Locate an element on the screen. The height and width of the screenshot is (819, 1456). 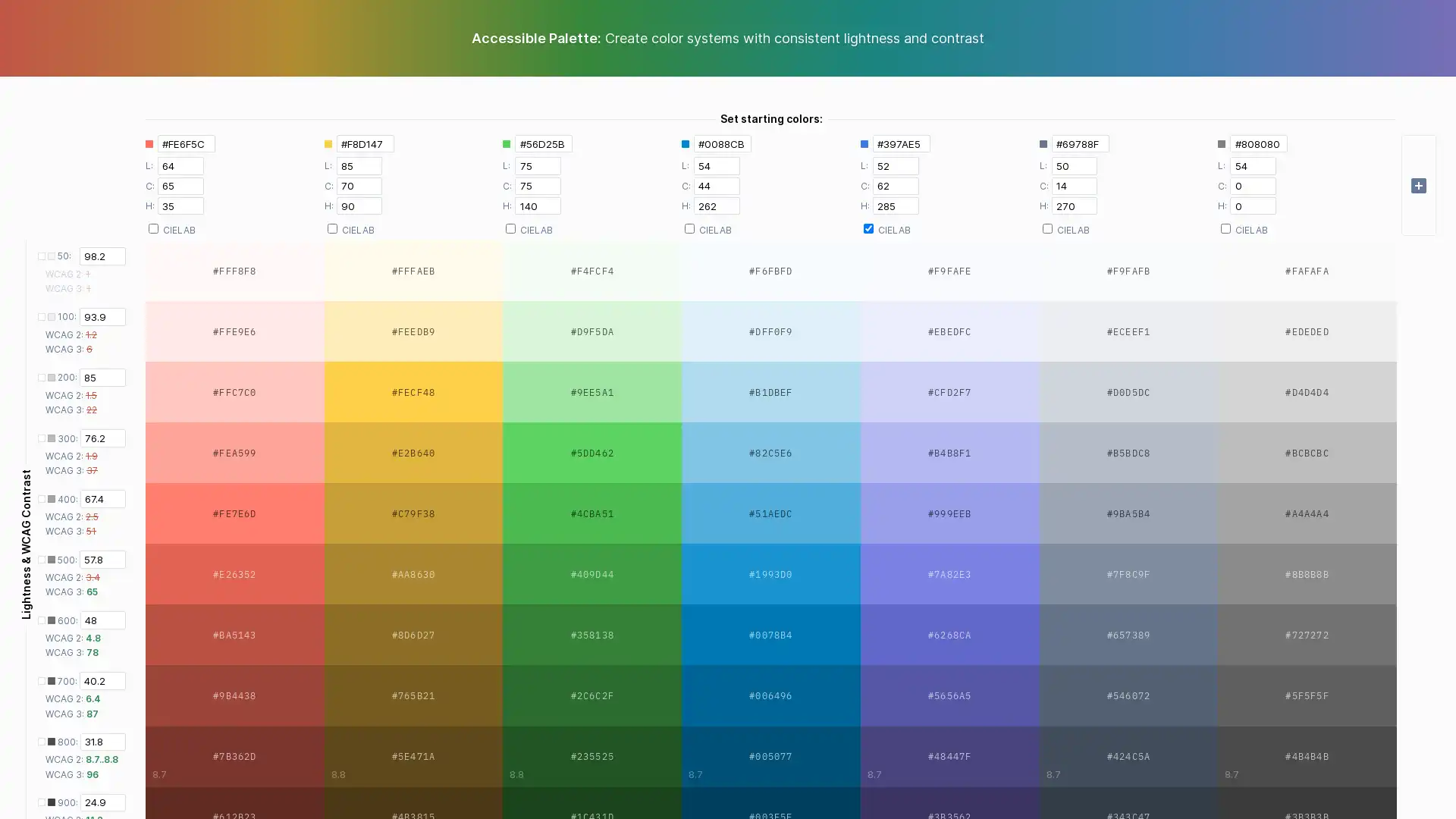
Add color is located at coordinates (1418, 184).